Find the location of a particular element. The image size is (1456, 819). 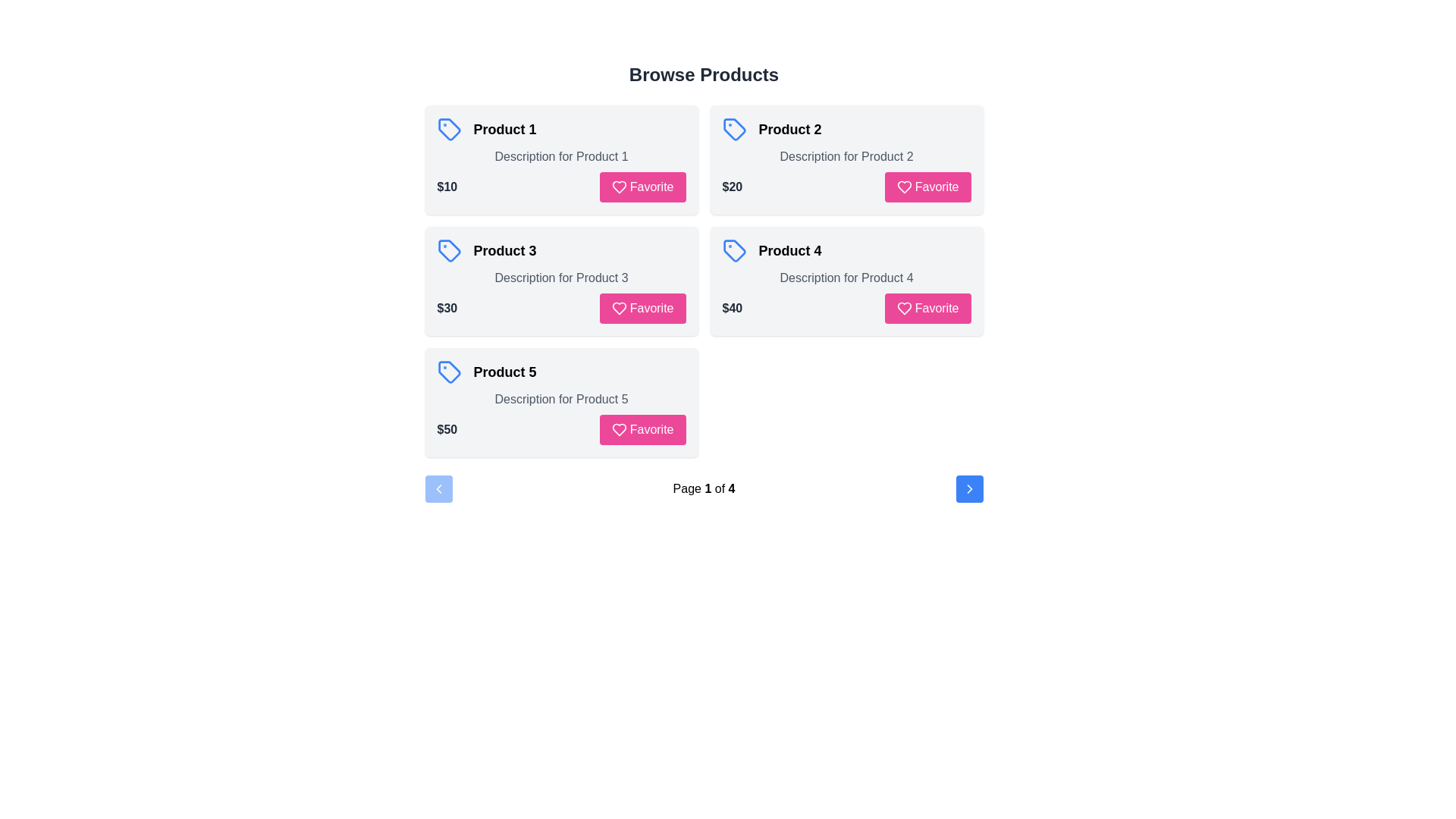

the heart-shaped icon in the 'Favorite' button located in the 'Product 5' card is located at coordinates (619, 430).